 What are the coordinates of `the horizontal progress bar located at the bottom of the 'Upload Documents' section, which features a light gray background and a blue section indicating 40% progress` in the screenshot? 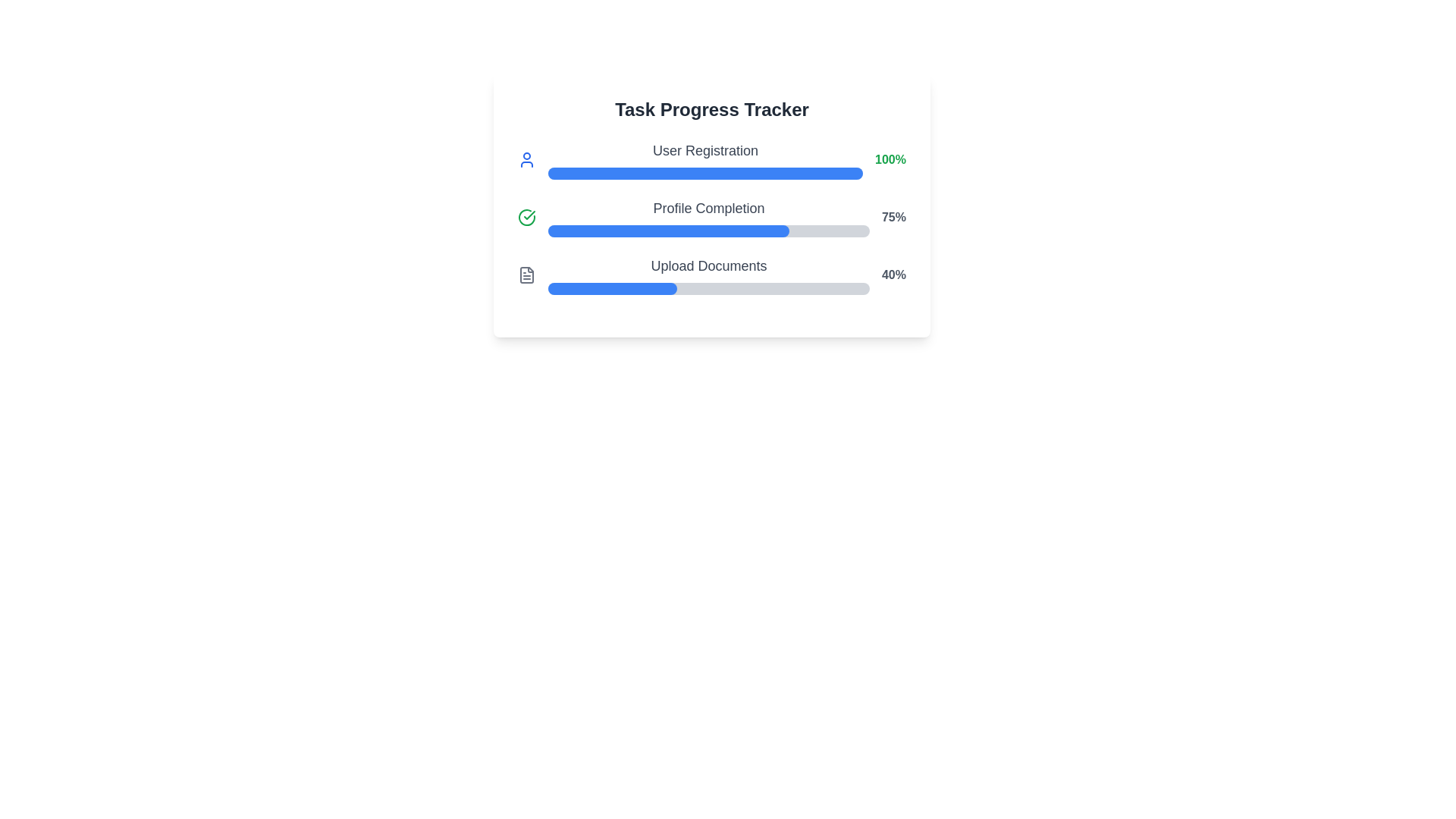 It's located at (708, 289).